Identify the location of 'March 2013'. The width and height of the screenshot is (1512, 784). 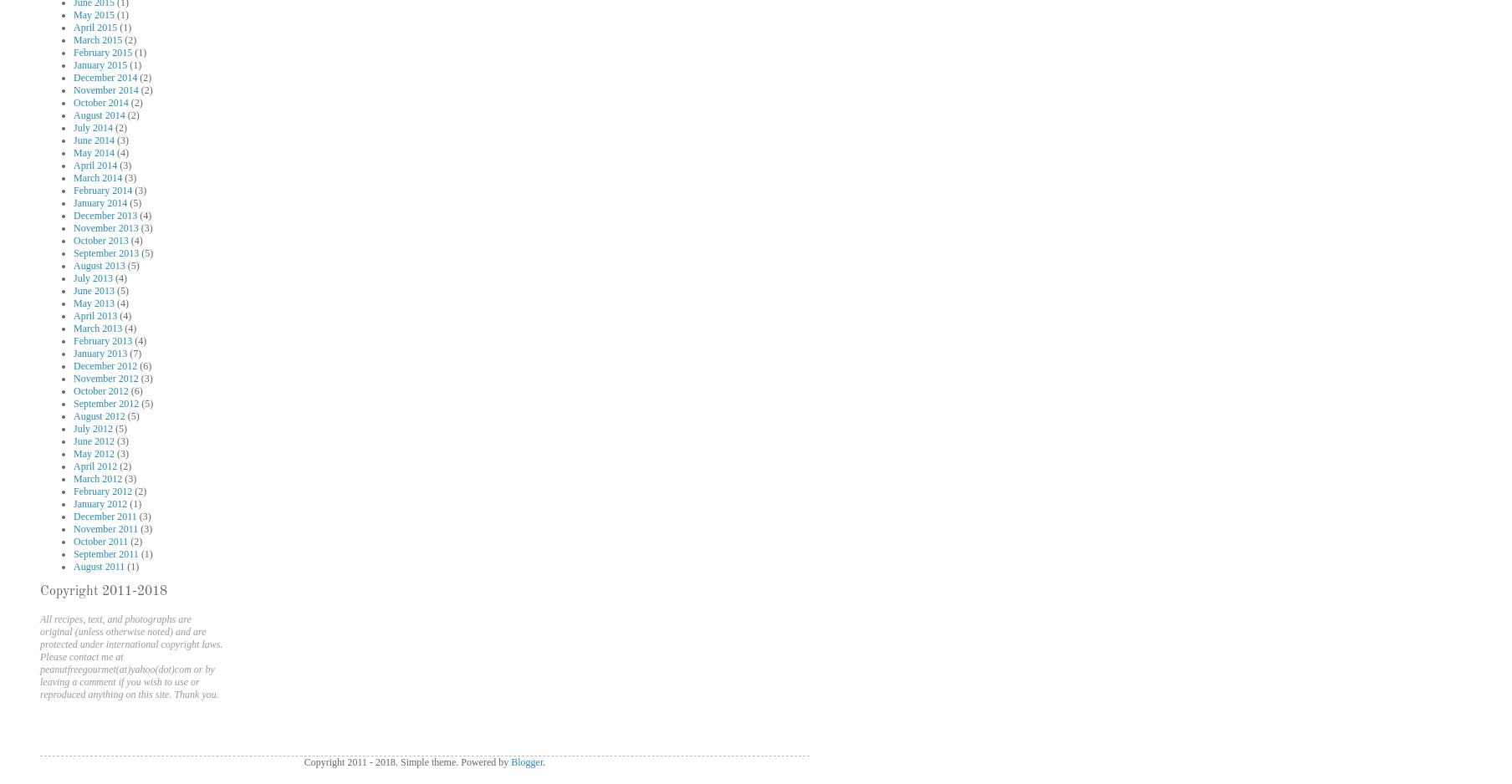
(73, 328).